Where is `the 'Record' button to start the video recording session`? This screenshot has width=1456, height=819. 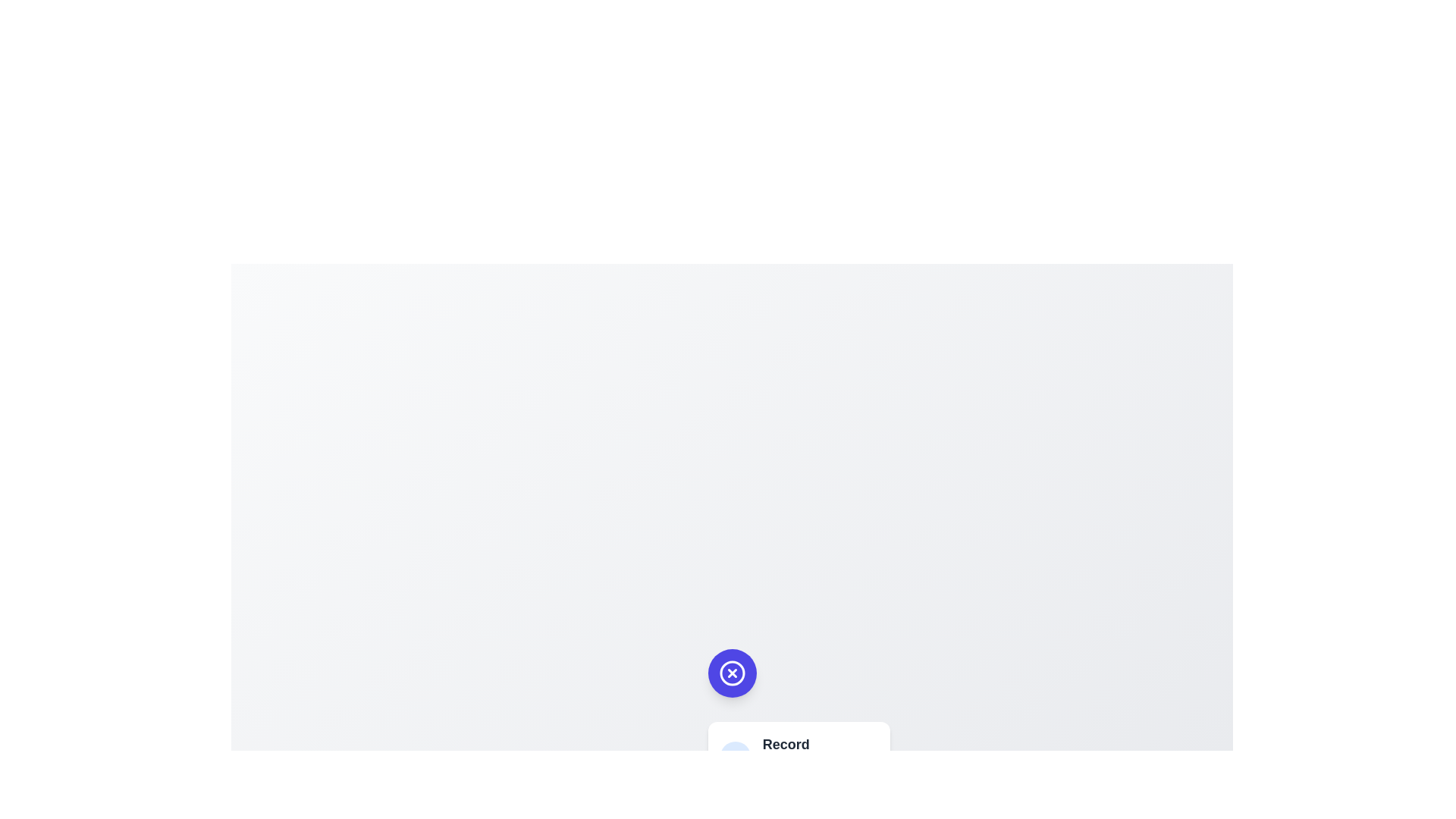 the 'Record' button to start the video recording session is located at coordinates (798, 760).